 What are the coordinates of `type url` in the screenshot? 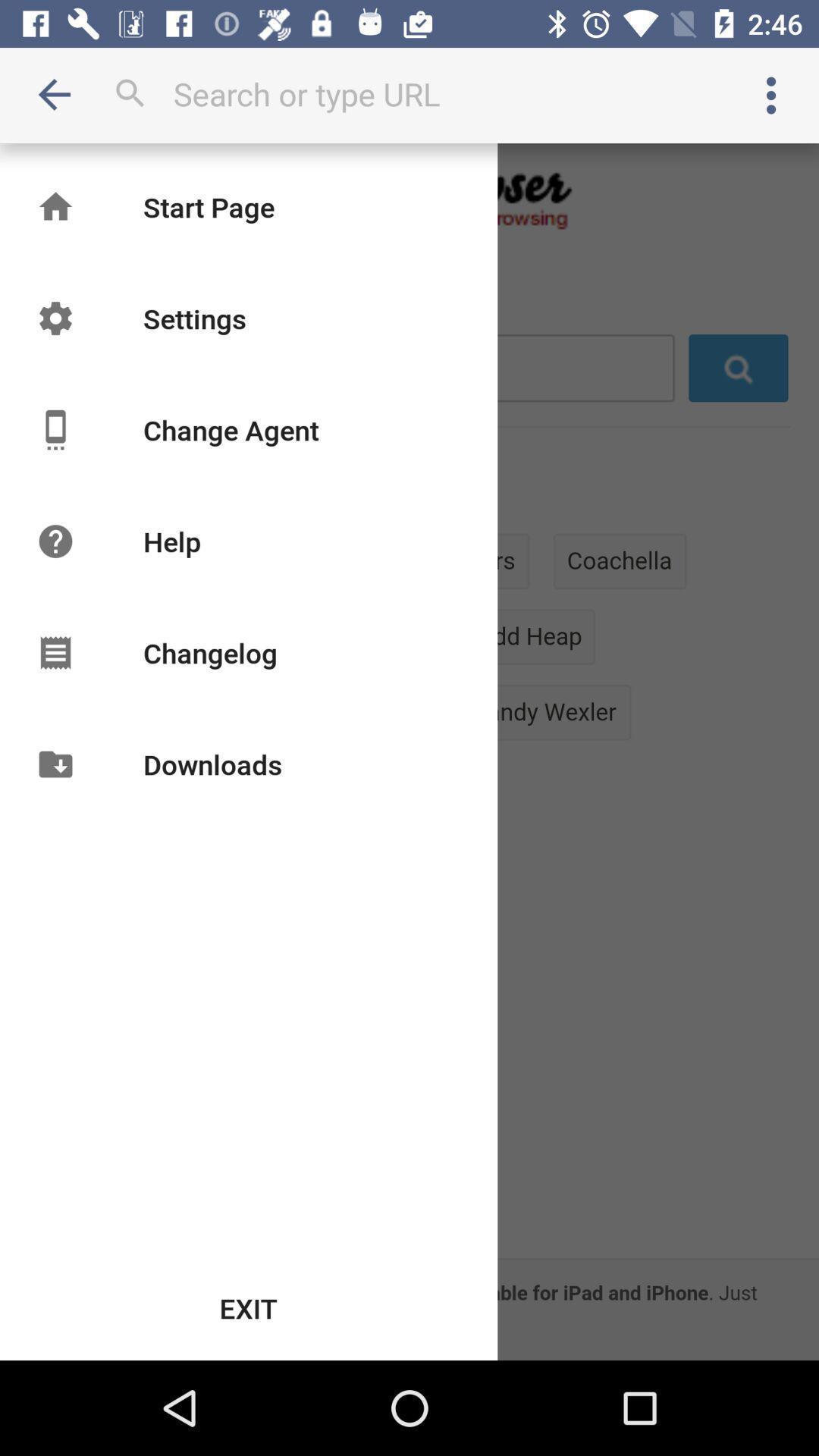 It's located at (409, 93).